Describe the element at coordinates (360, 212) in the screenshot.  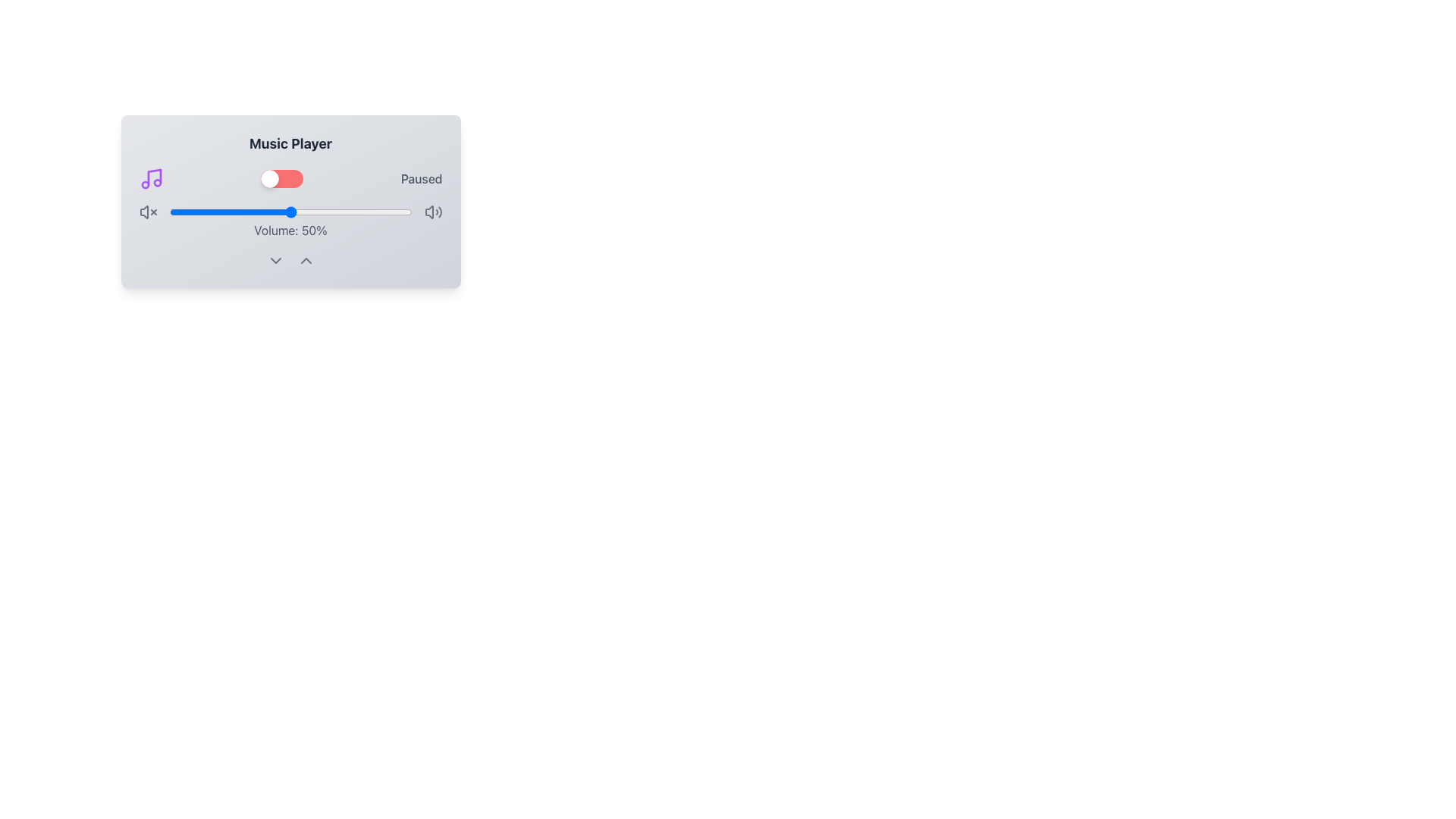
I see `volume` at that location.